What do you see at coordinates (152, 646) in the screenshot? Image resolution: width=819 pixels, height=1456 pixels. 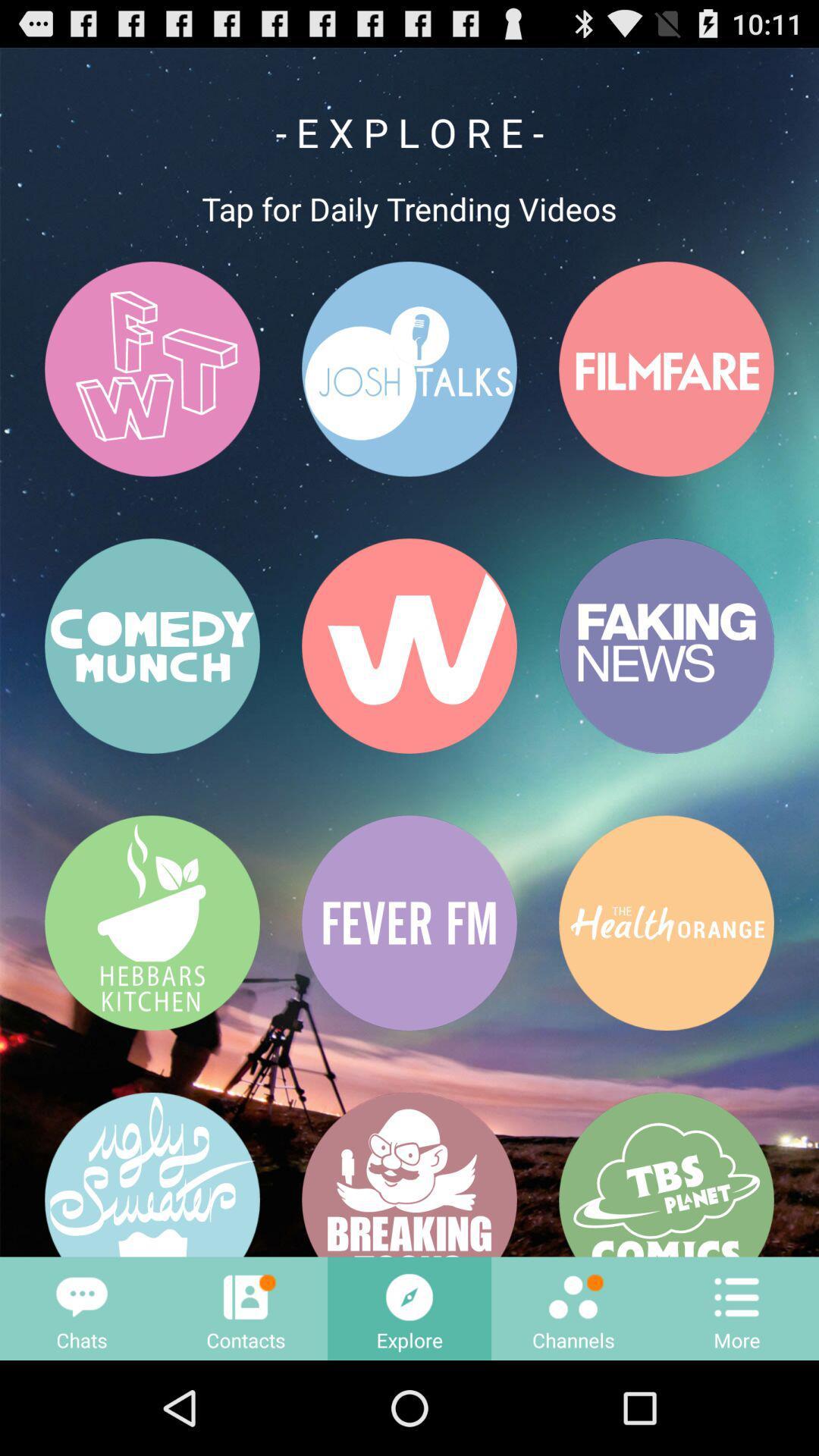 I see `the button that having a text comedy munch` at bounding box center [152, 646].